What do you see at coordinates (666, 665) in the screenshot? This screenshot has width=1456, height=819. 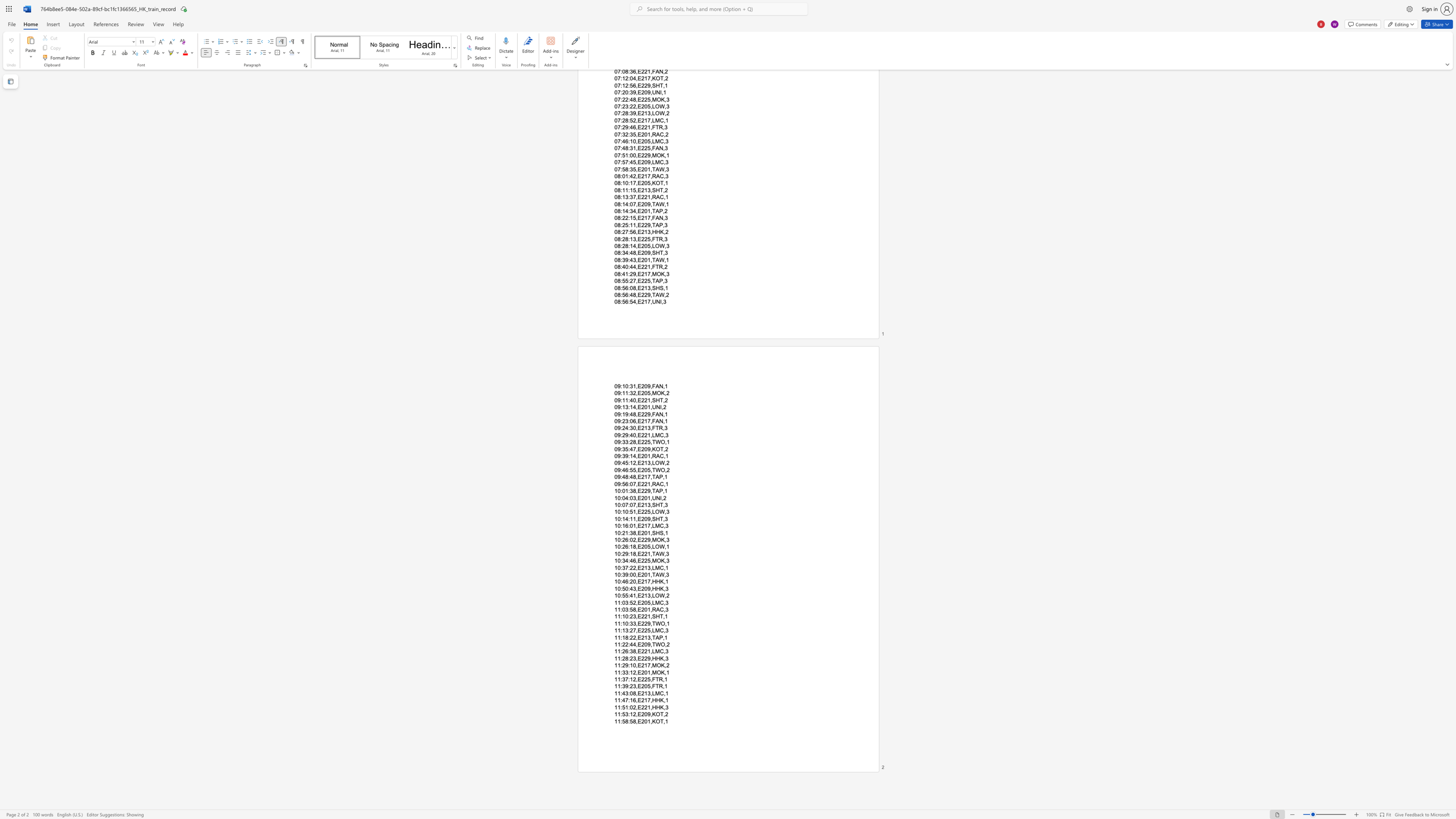 I see `the space between the continuous character "," and "2" in the text` at bounding box center [666, 665].